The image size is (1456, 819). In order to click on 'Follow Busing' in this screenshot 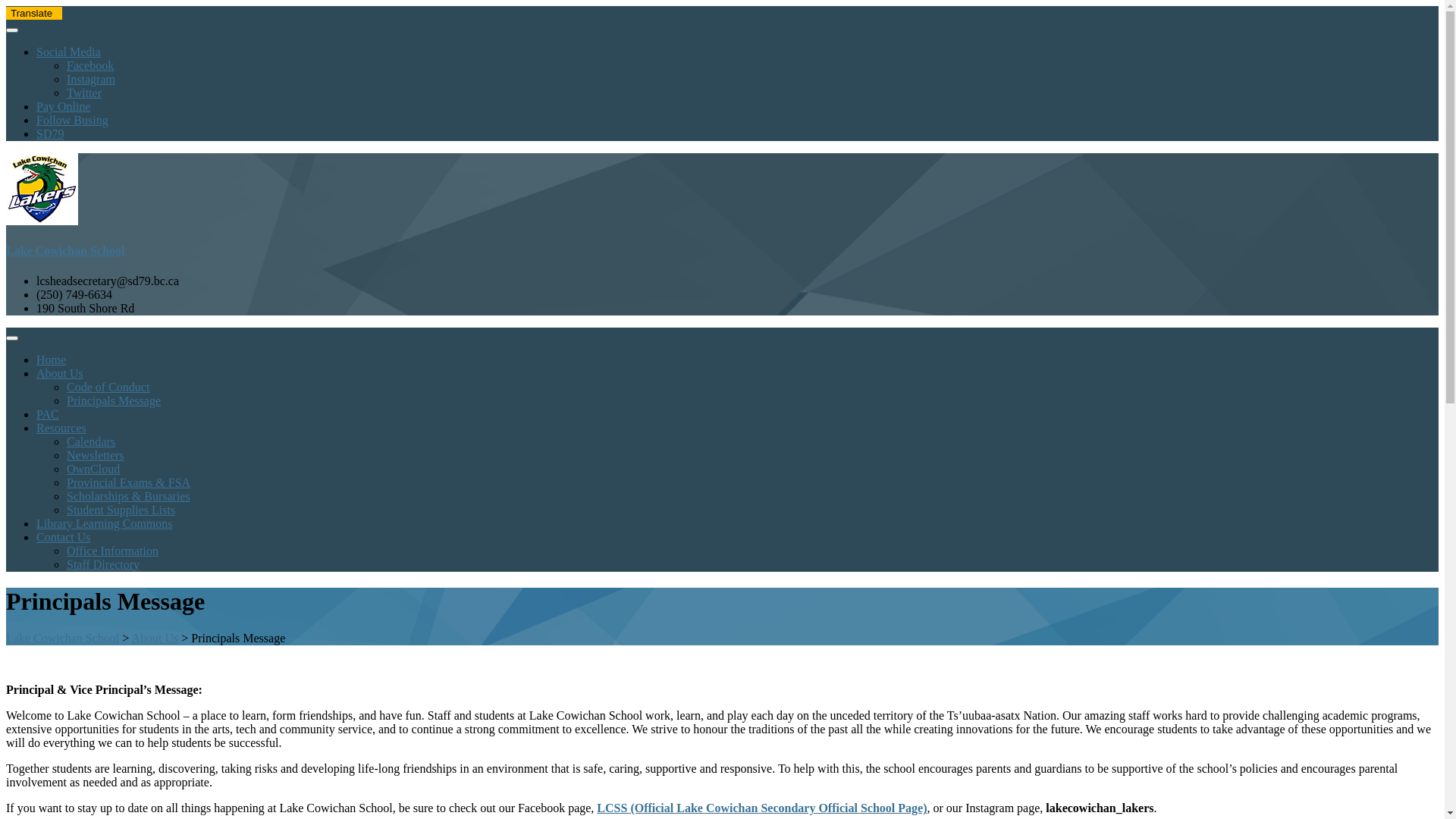, I will do `click(71, 119)`.